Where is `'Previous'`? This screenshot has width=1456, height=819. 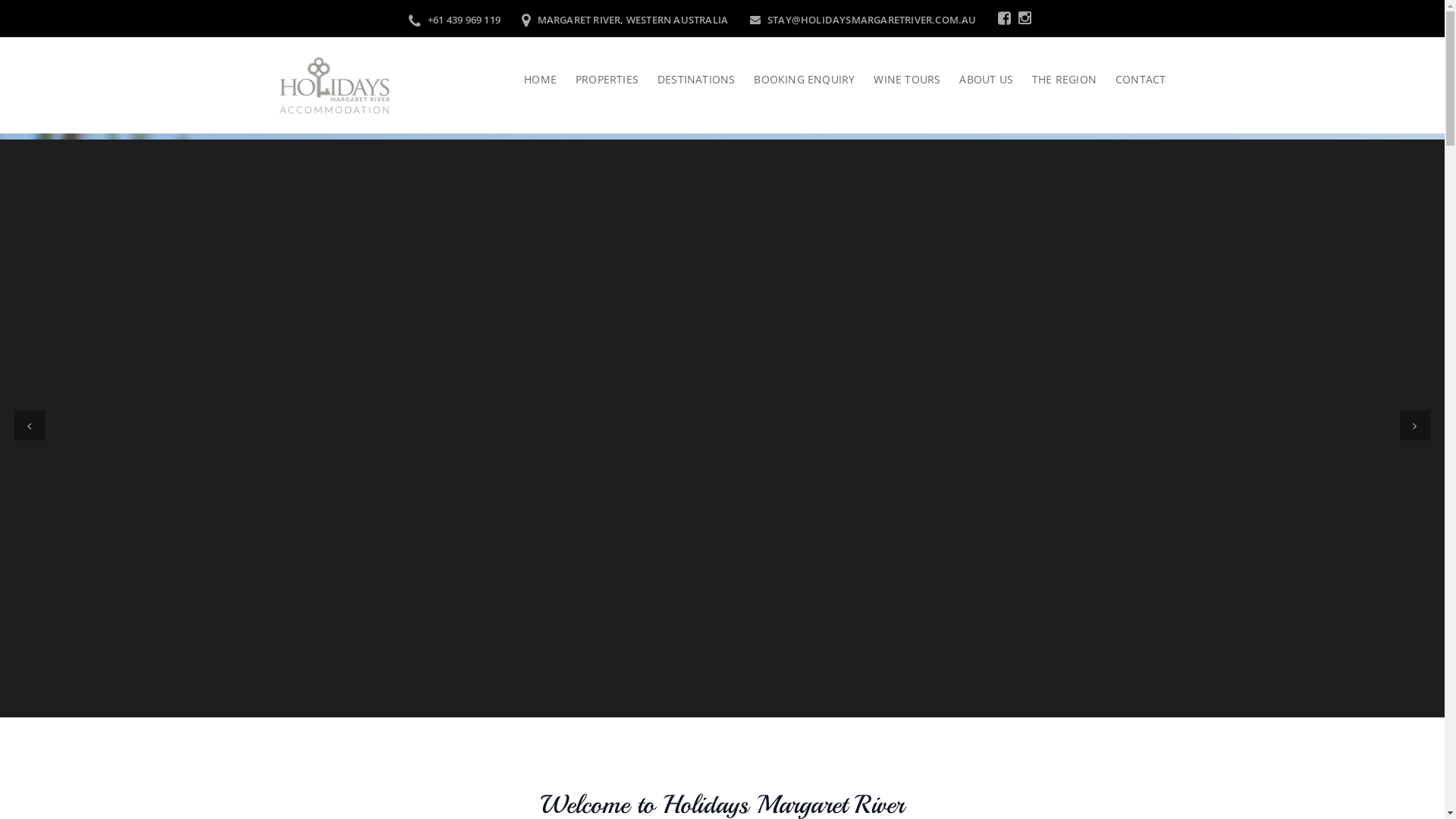
'Previous' is located at coordinates (29, 425).